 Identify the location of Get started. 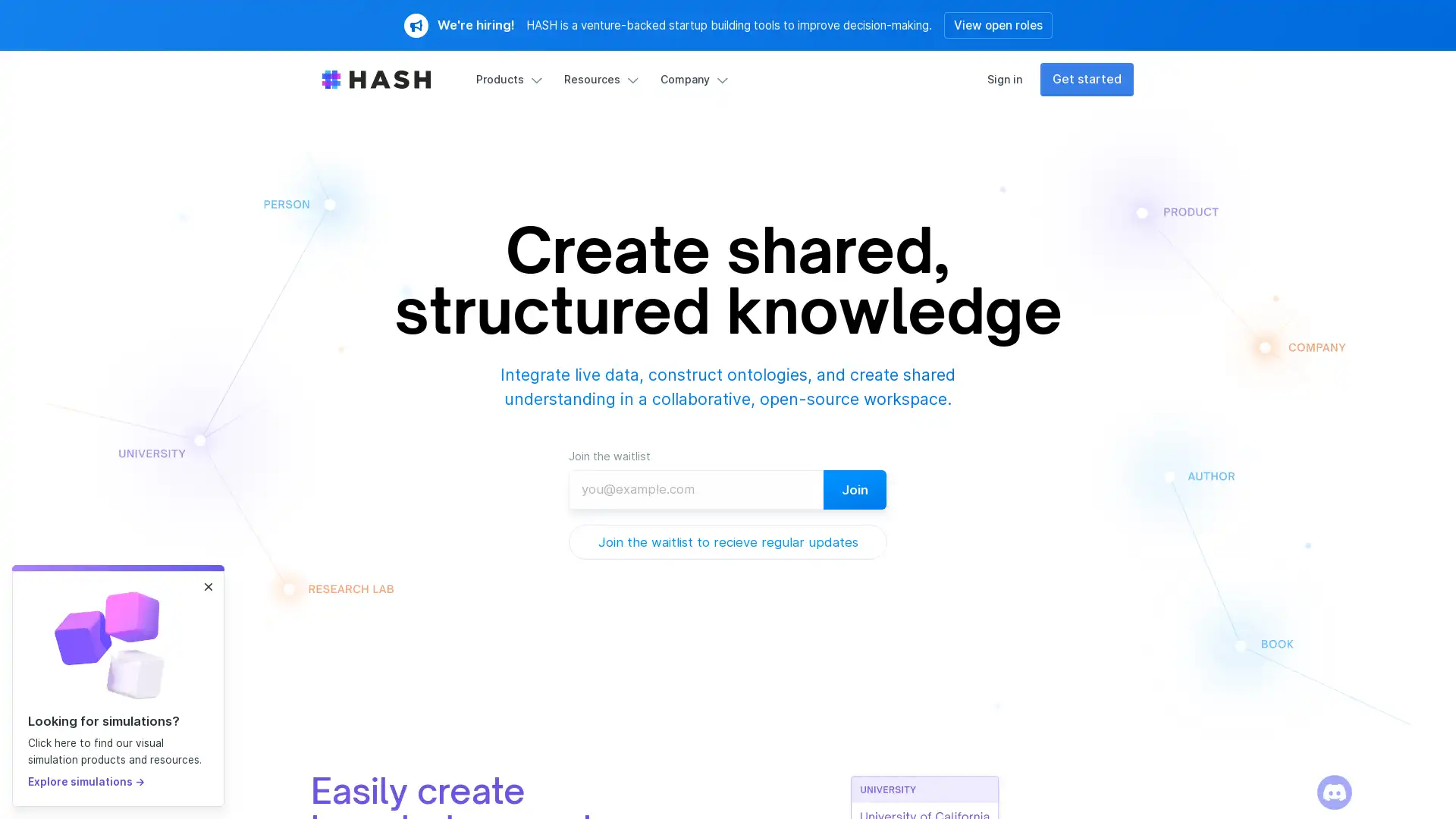
(1086, 79).